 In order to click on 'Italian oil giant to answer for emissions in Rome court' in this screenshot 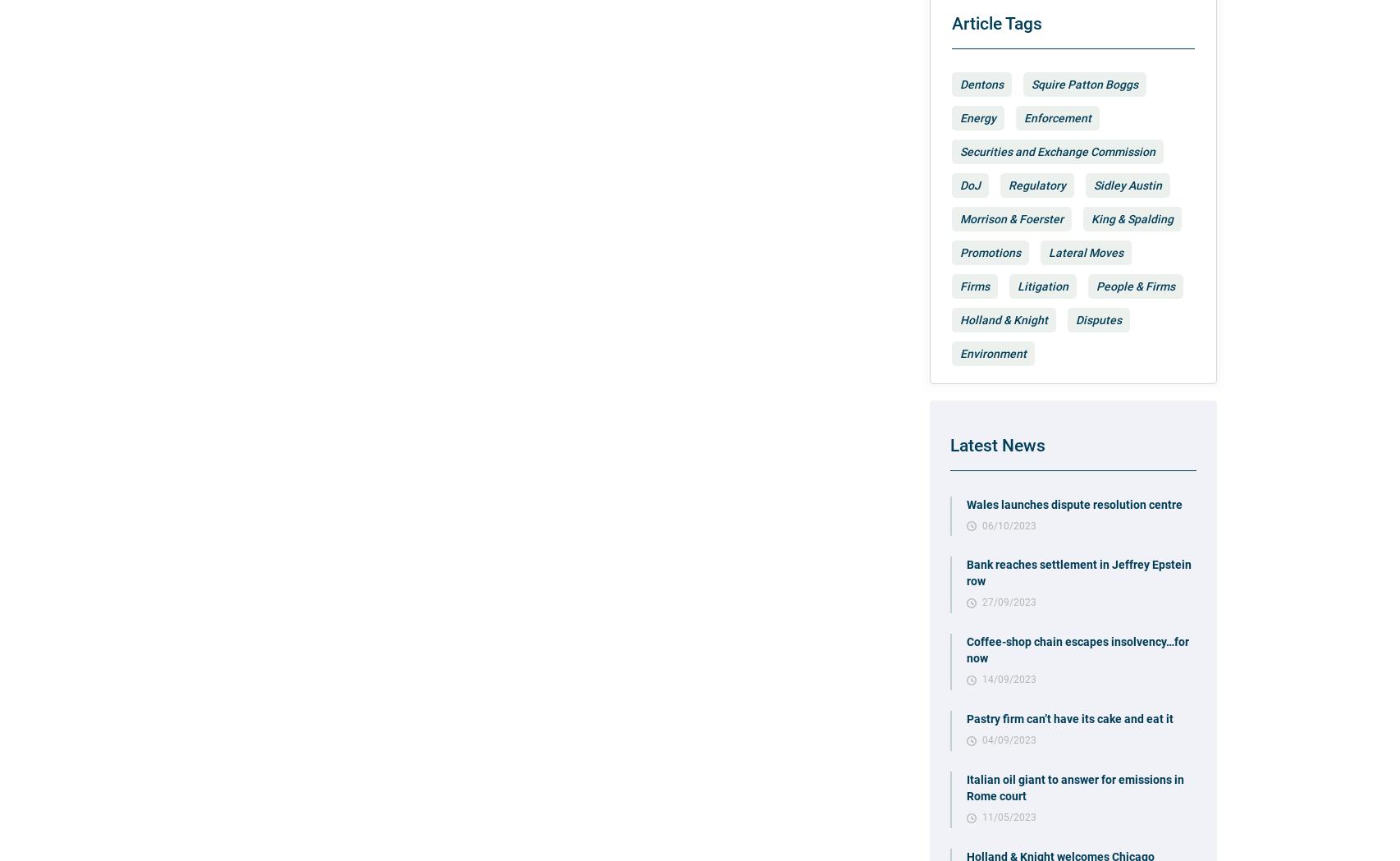, I will do `click(1074, 786)`.